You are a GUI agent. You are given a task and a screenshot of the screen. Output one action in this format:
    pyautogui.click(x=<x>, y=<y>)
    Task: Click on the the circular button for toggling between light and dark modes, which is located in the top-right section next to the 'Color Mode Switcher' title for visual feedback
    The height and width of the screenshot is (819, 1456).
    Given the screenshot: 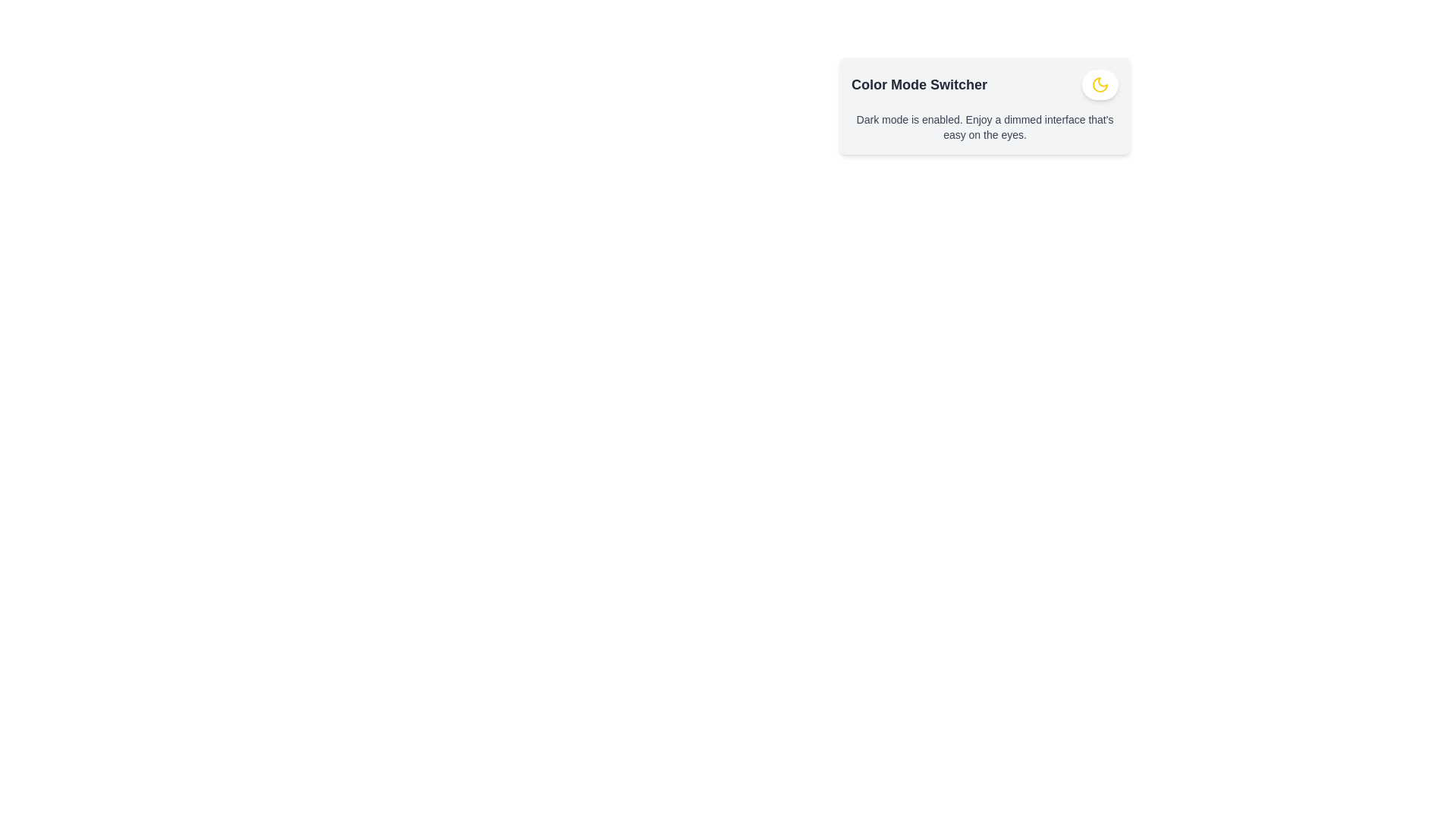 What is the action you would take?
    pyautogui.click(x=1100, y=84)
    